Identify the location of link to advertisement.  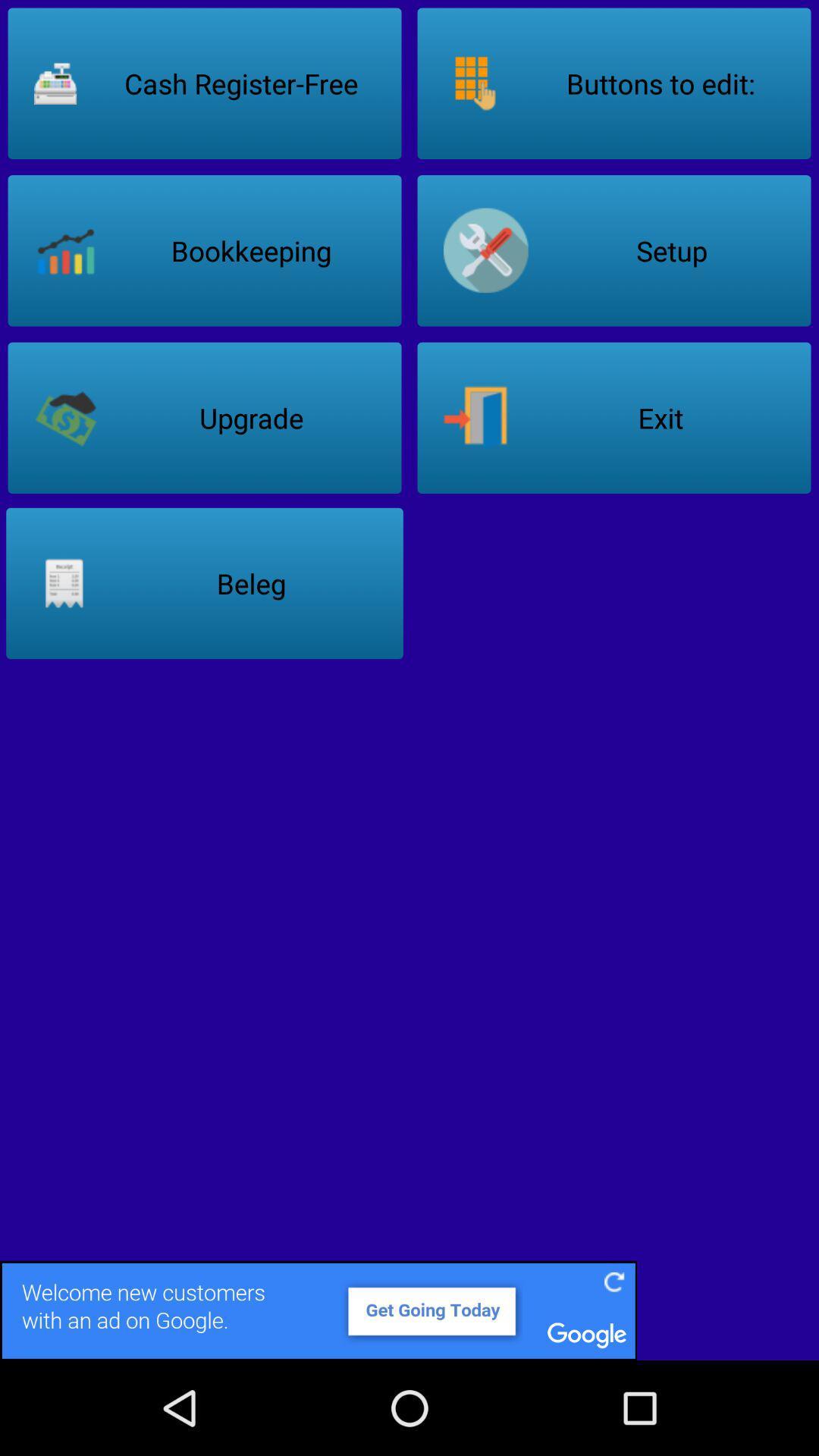
(409, 1310).